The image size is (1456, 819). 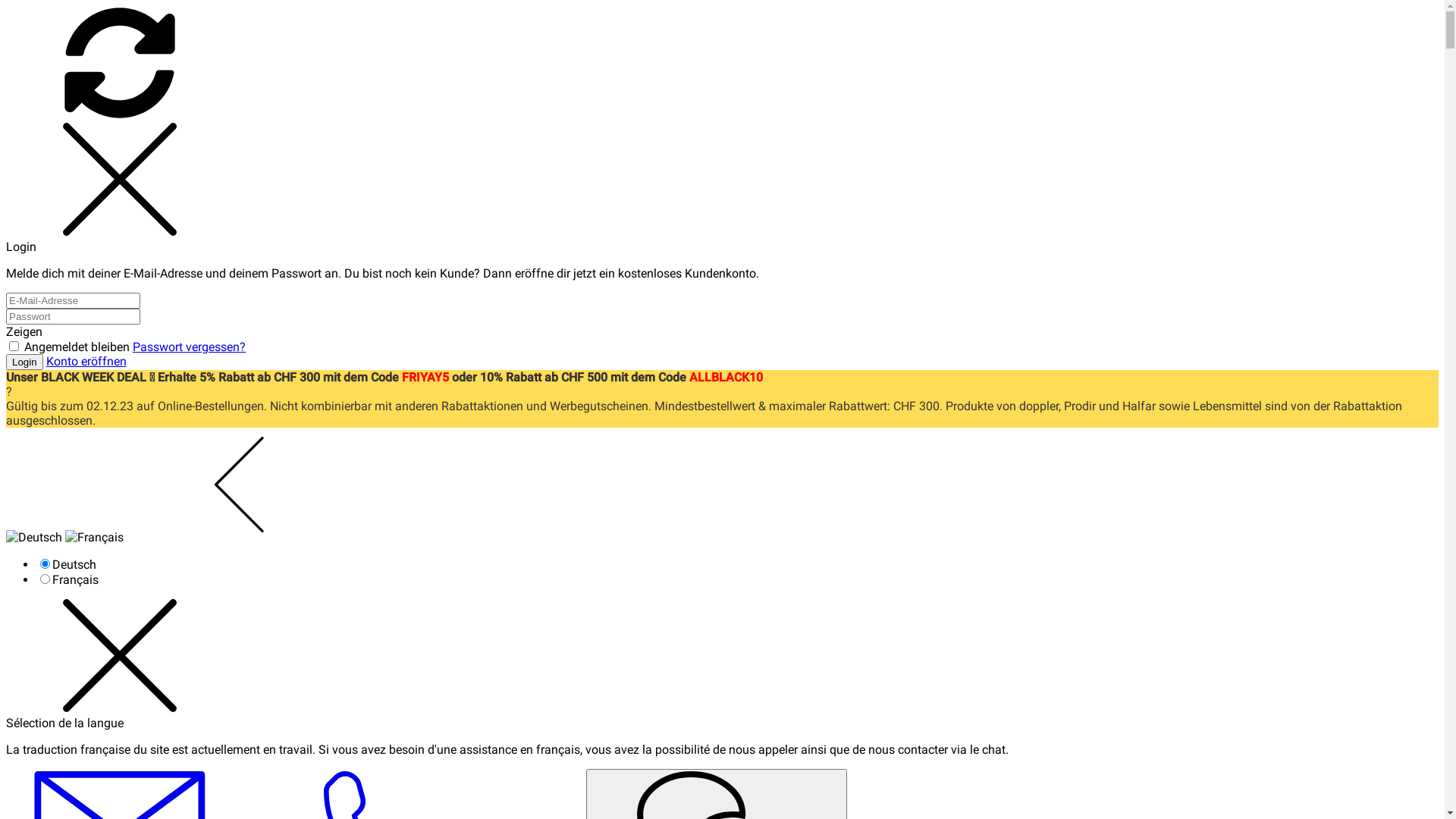 I want to click on 'Login', so click(x=24, y=362).